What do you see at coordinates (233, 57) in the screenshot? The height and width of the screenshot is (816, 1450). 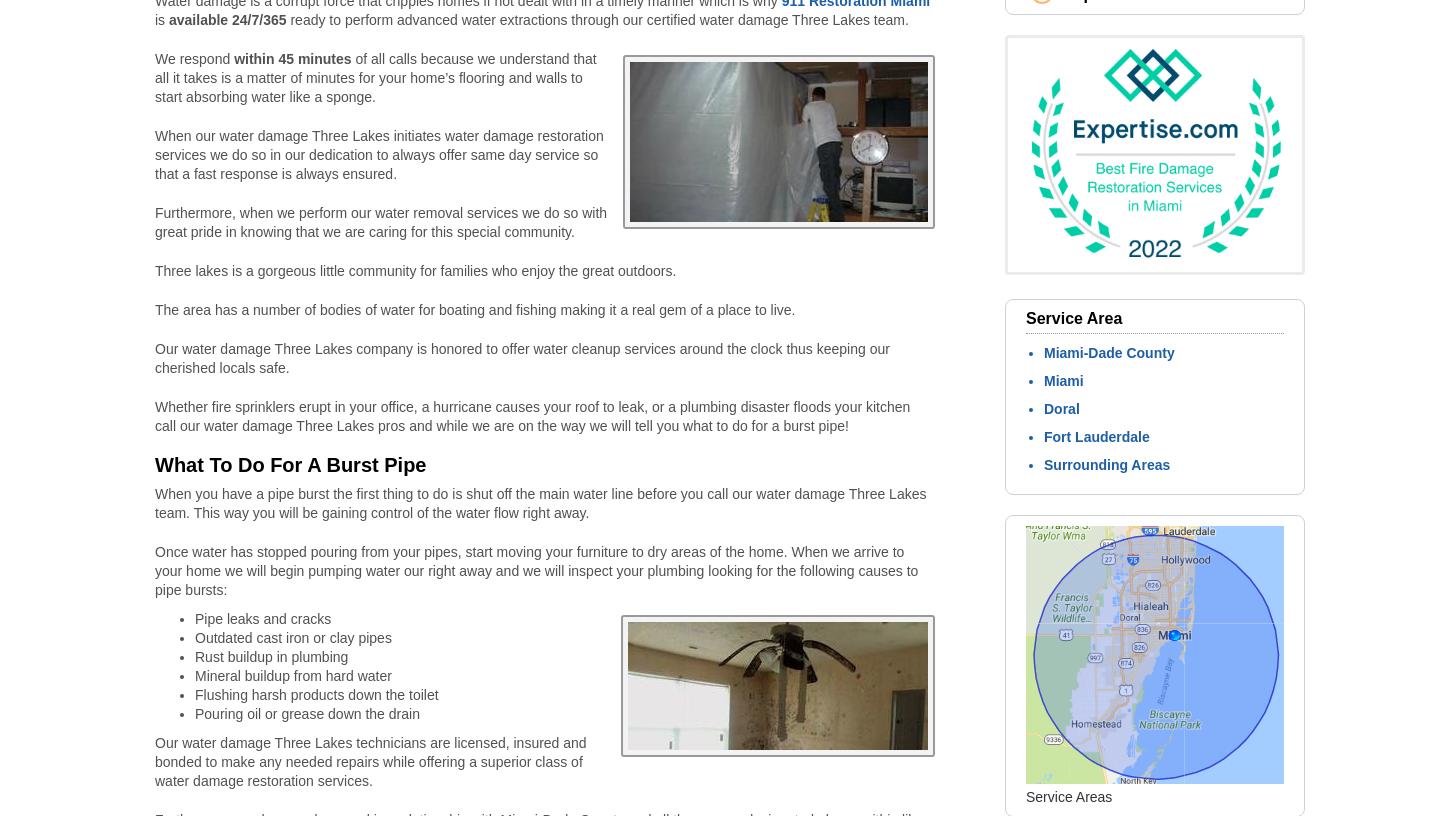 I see `'within 45 minutes'` at bounding box center [233, 57].